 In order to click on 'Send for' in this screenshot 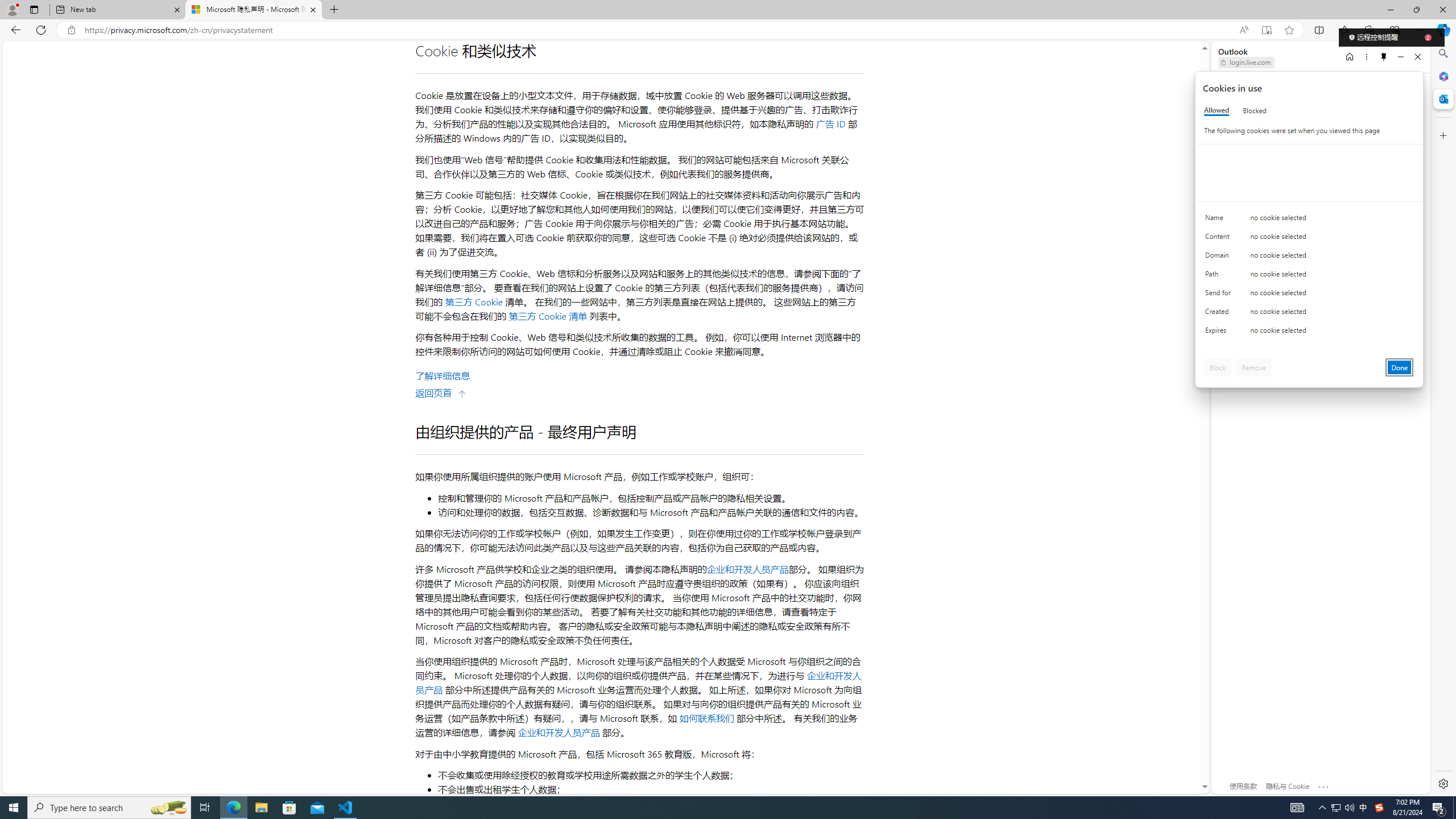, I will do `click(1219, 295)`.